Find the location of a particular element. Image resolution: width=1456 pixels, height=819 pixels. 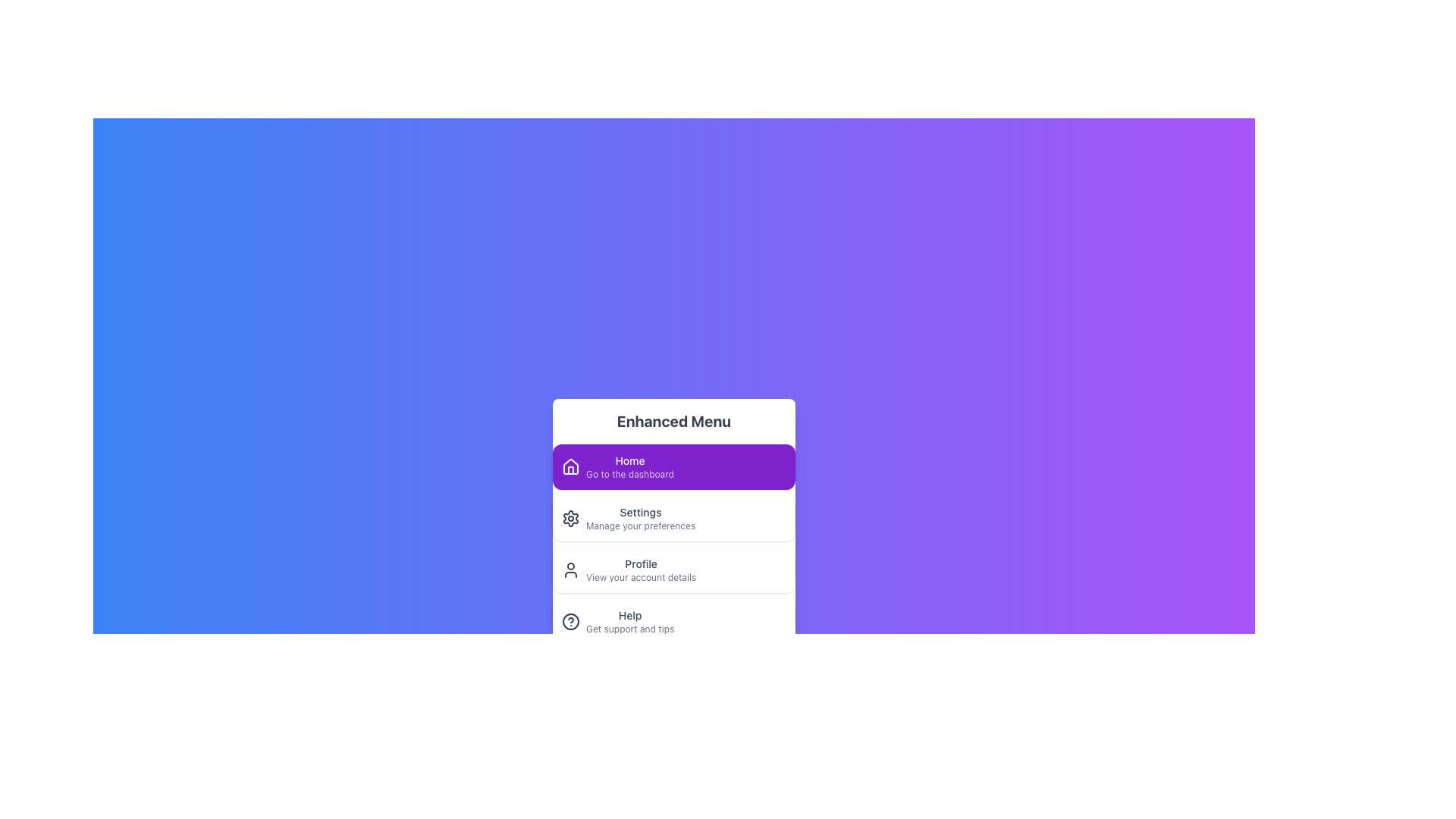

the circular help icon with a question mark, positioned at the center of the help section in the menu list is located at coordinates (570, 622).